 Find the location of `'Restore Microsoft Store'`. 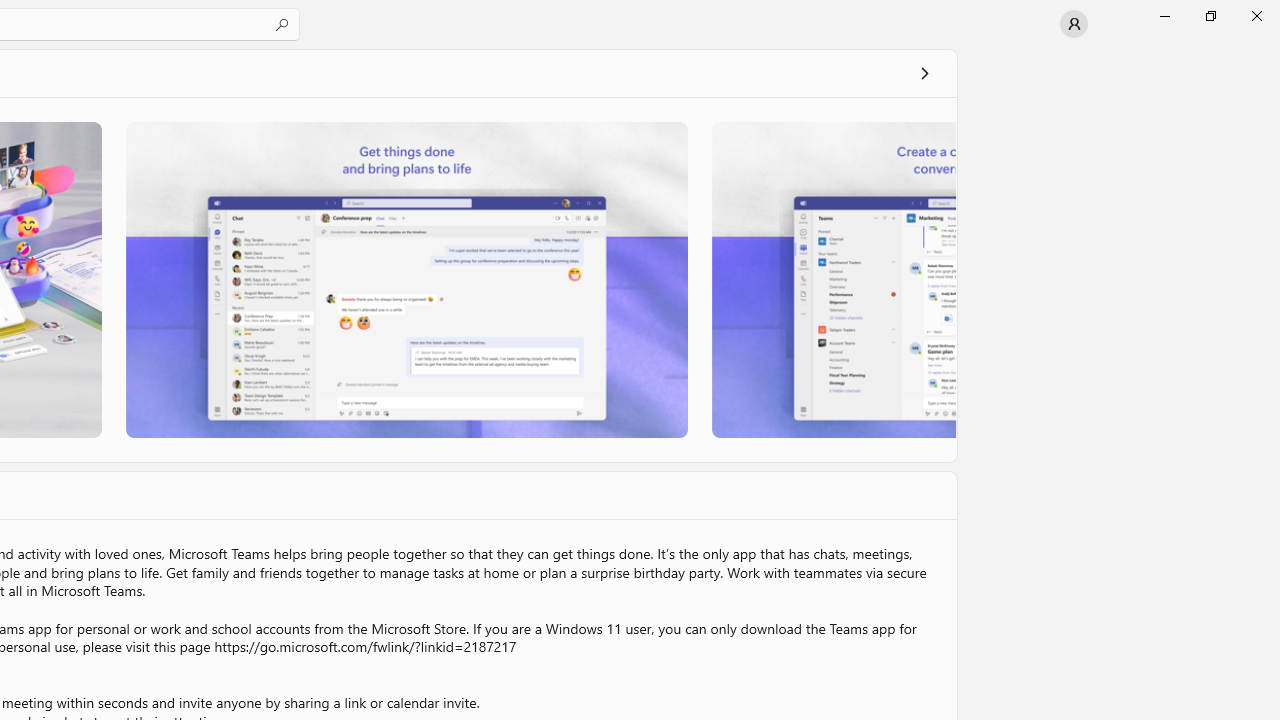

'Restore Microsoft Store' is located at coordinates (1209, 15).